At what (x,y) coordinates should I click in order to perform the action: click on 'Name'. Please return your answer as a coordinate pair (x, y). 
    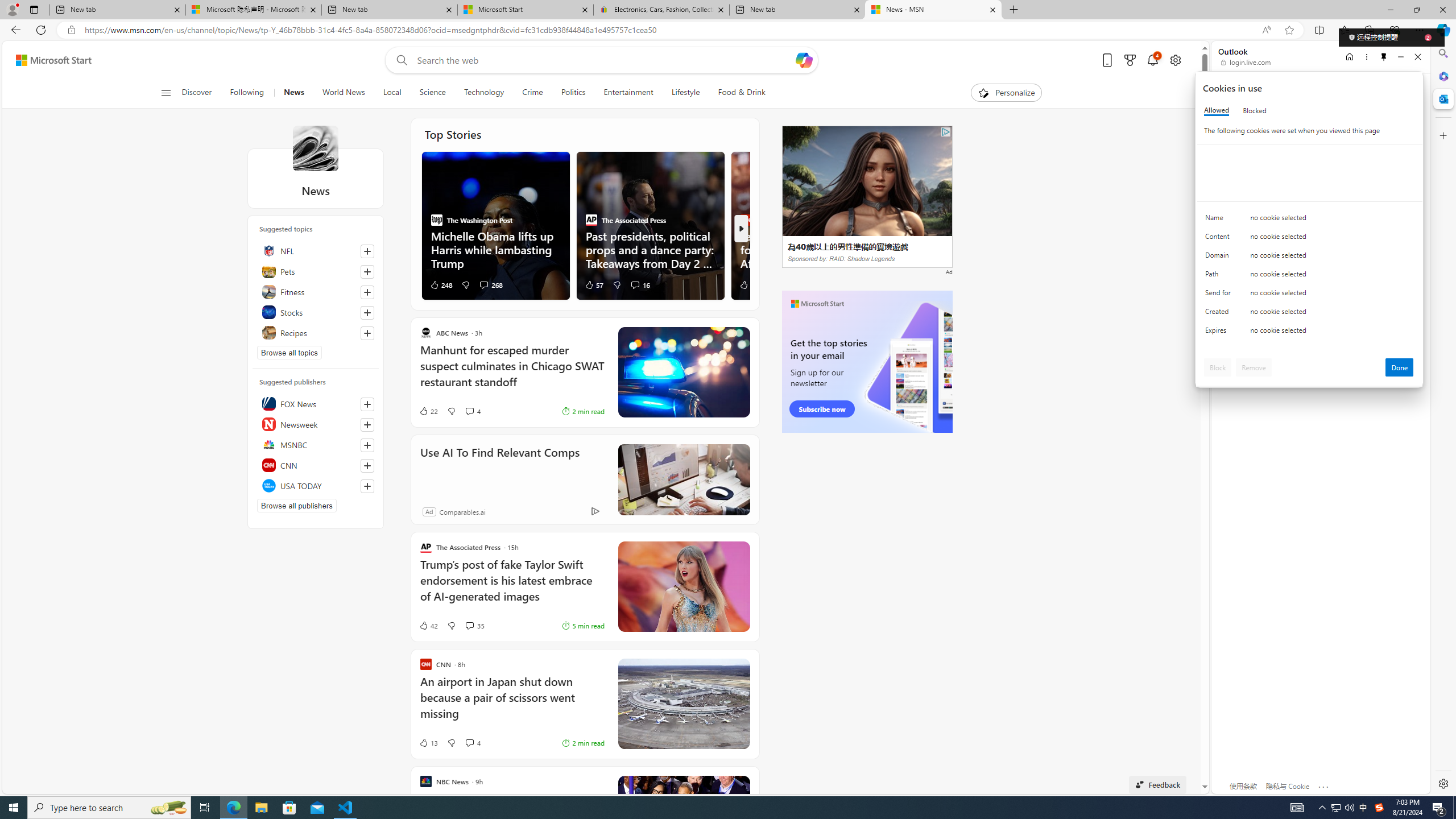
    Looking at the image, I should click on (1219, 220).